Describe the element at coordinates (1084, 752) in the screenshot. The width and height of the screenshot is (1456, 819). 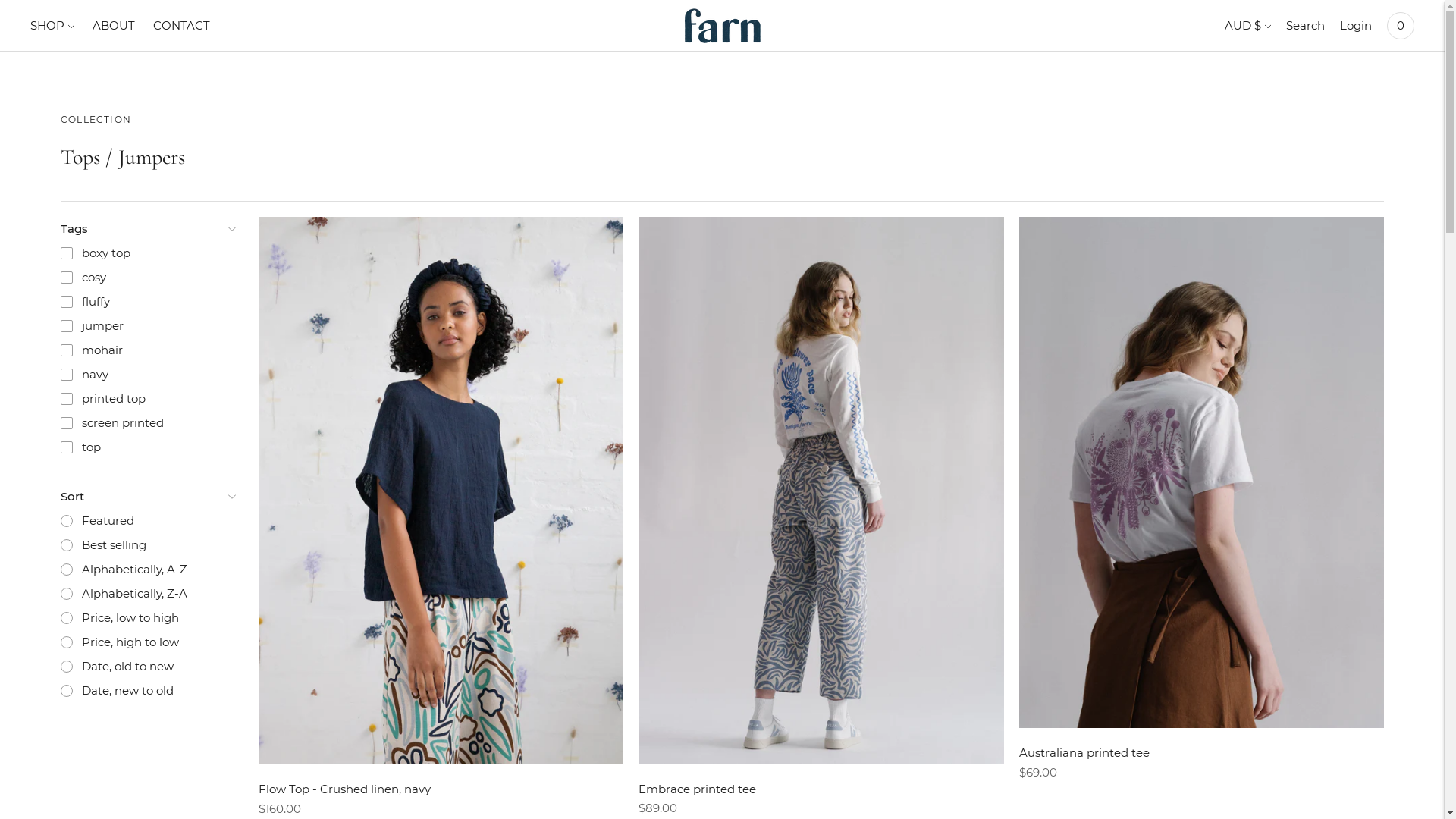
I see `'Australiana printed tee'` at that location.